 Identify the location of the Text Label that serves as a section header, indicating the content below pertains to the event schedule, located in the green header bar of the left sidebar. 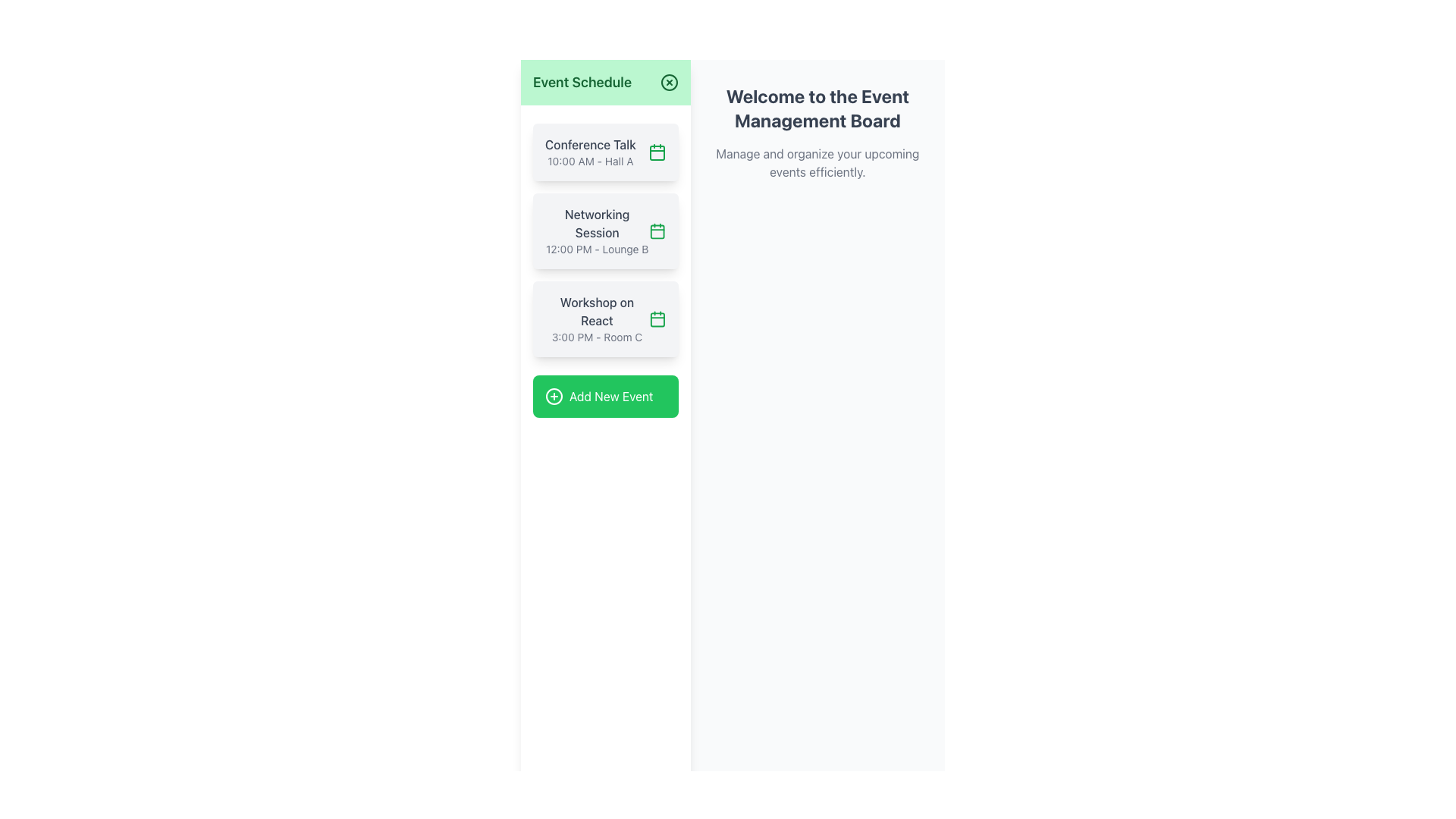
(582, 82).